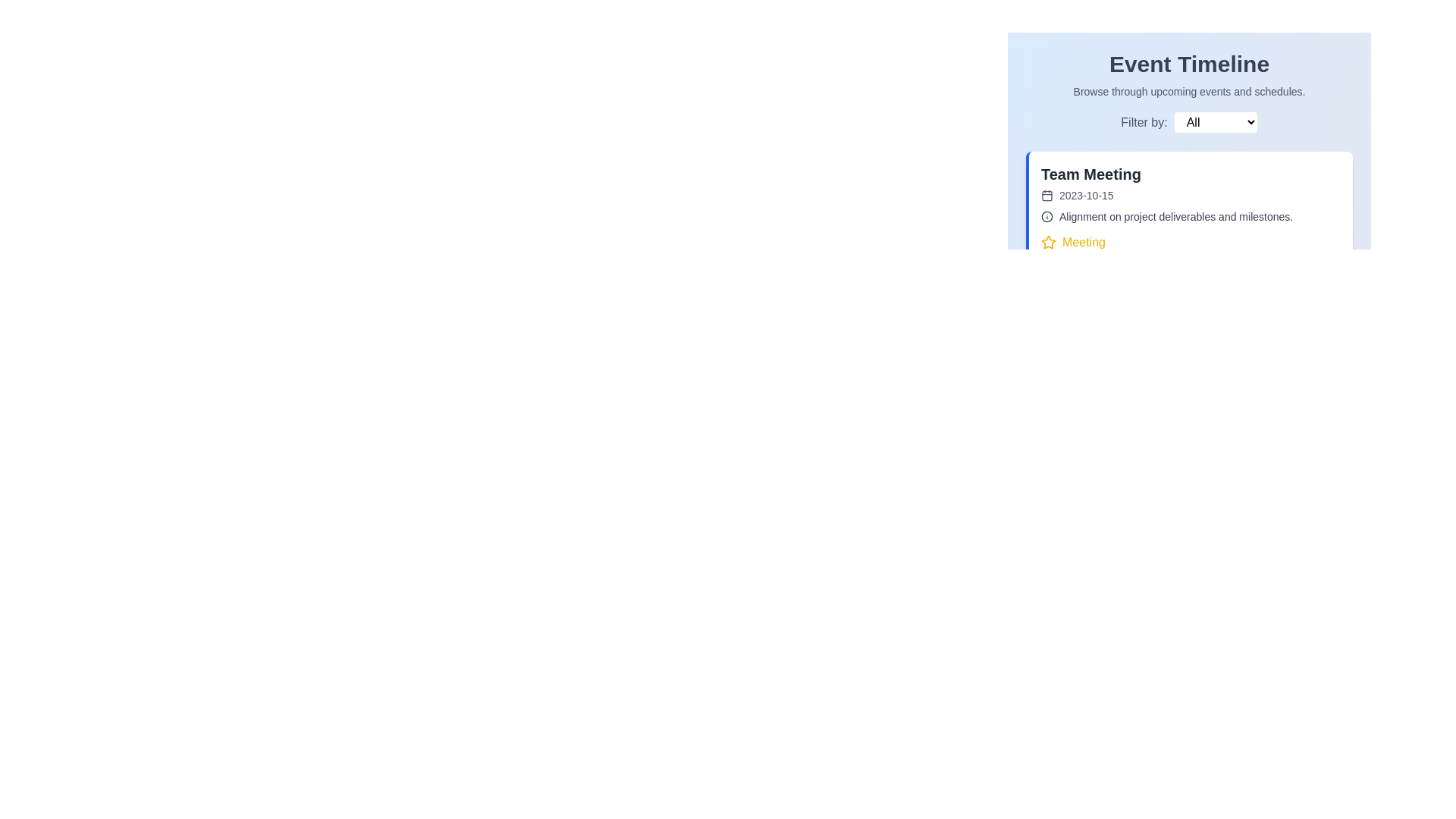 This screenshot has height=819, width=1456. Describe the element at coordinates (1144, 122) in the screenshot. I see `the 'Filter by:' label, which is a gray textual label positioned to the left of the 'All' dropdown menu in the filter component` at that location.